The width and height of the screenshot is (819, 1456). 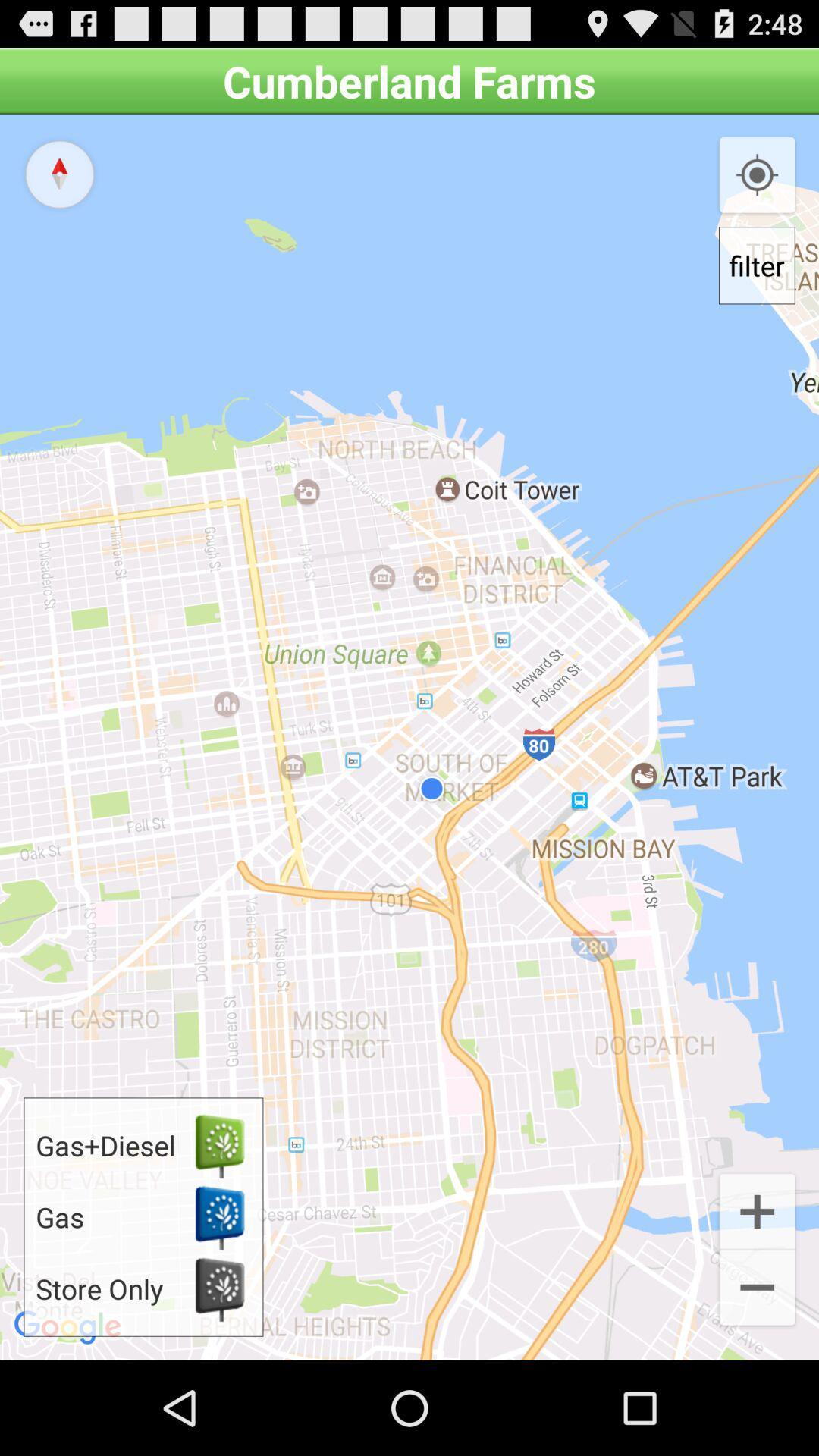 I want to click on icon below the cumberland farms app, so click(x=409, y=737).